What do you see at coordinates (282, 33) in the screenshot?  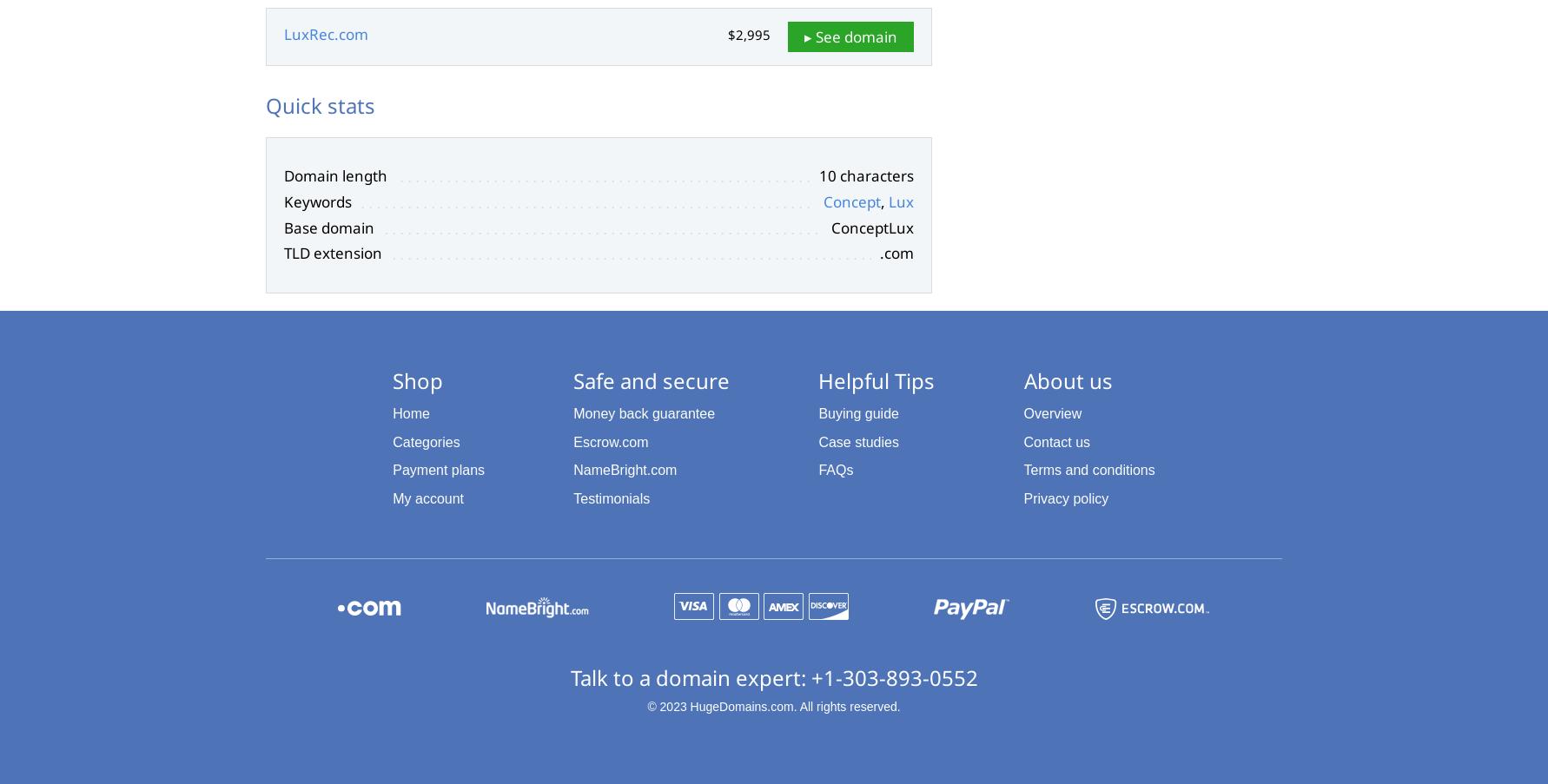 I see `'LuxRec.com'` at bounding box center [282, 33].